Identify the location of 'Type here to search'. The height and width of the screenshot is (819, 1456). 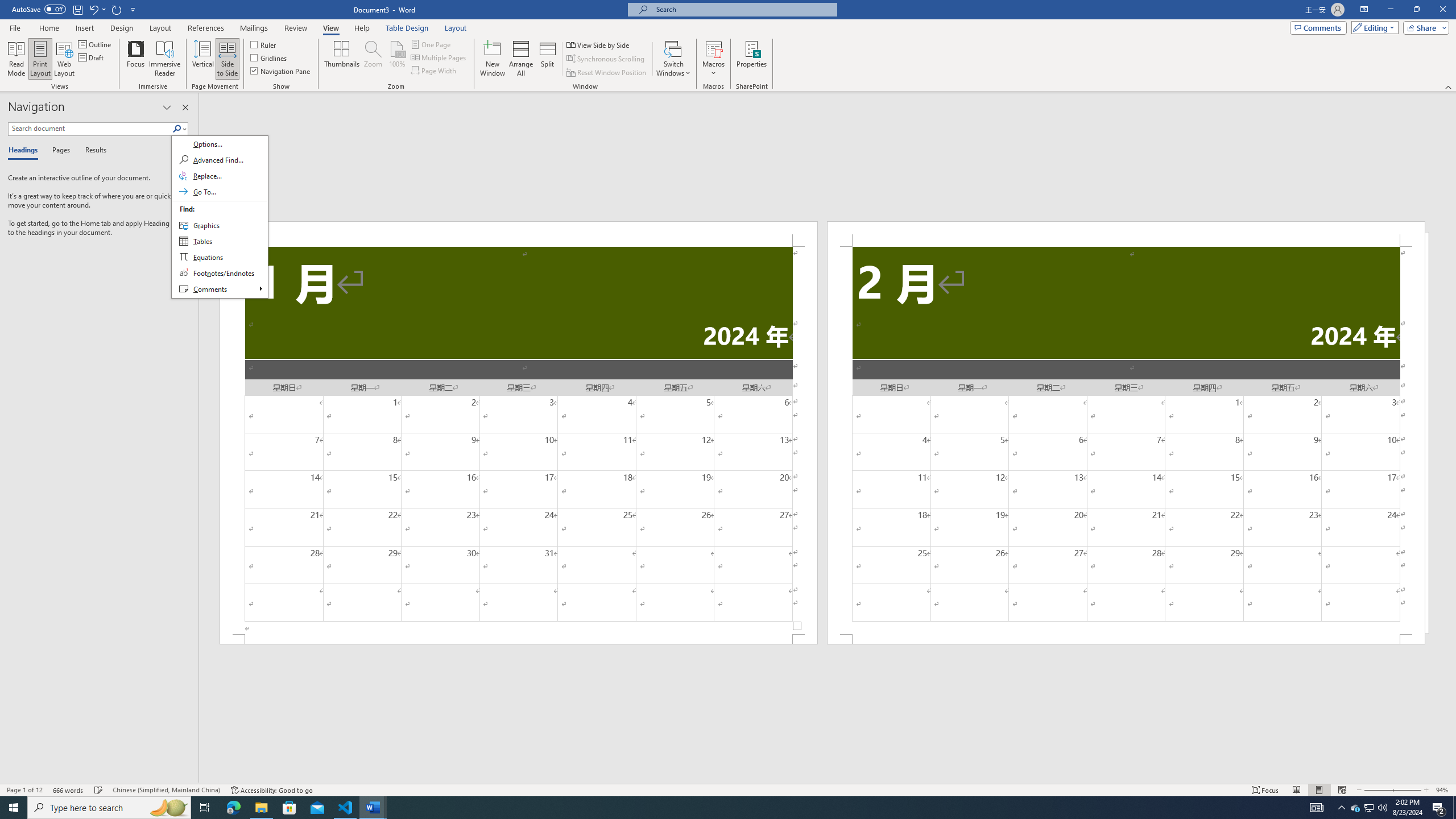
(109, 806).